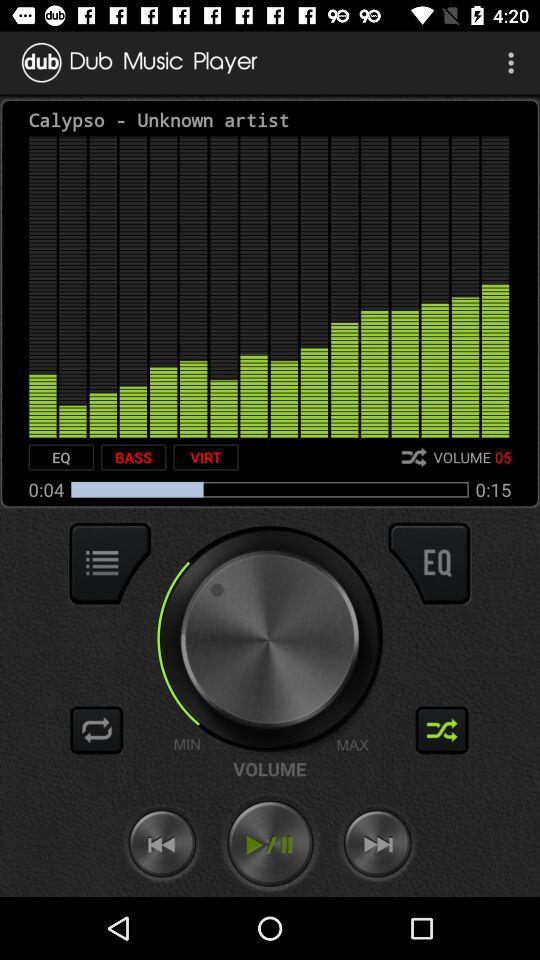 This screenshot has height=960, width=540. Describe the element at coordinates (61, 457) in the screenshot. I see `item next to the  bass  item` at that location.